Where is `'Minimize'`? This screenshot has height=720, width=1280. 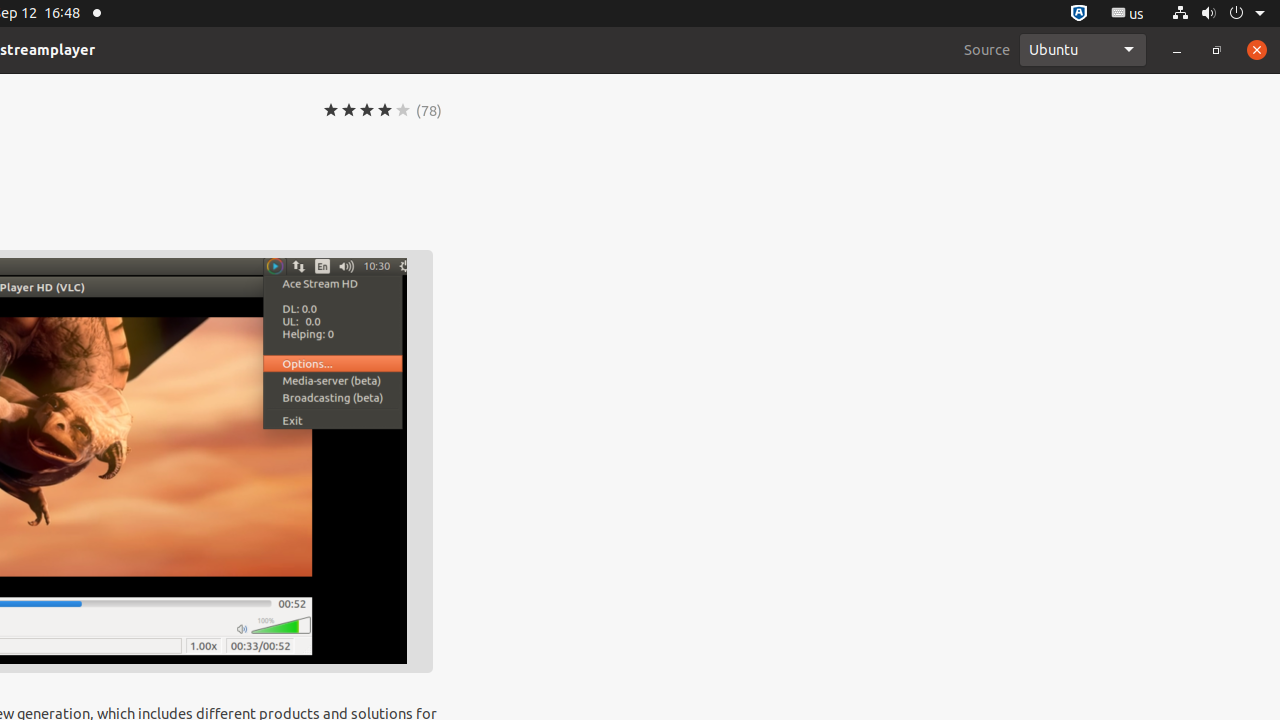 'Minimize' is located at coordinates (1176, 48).